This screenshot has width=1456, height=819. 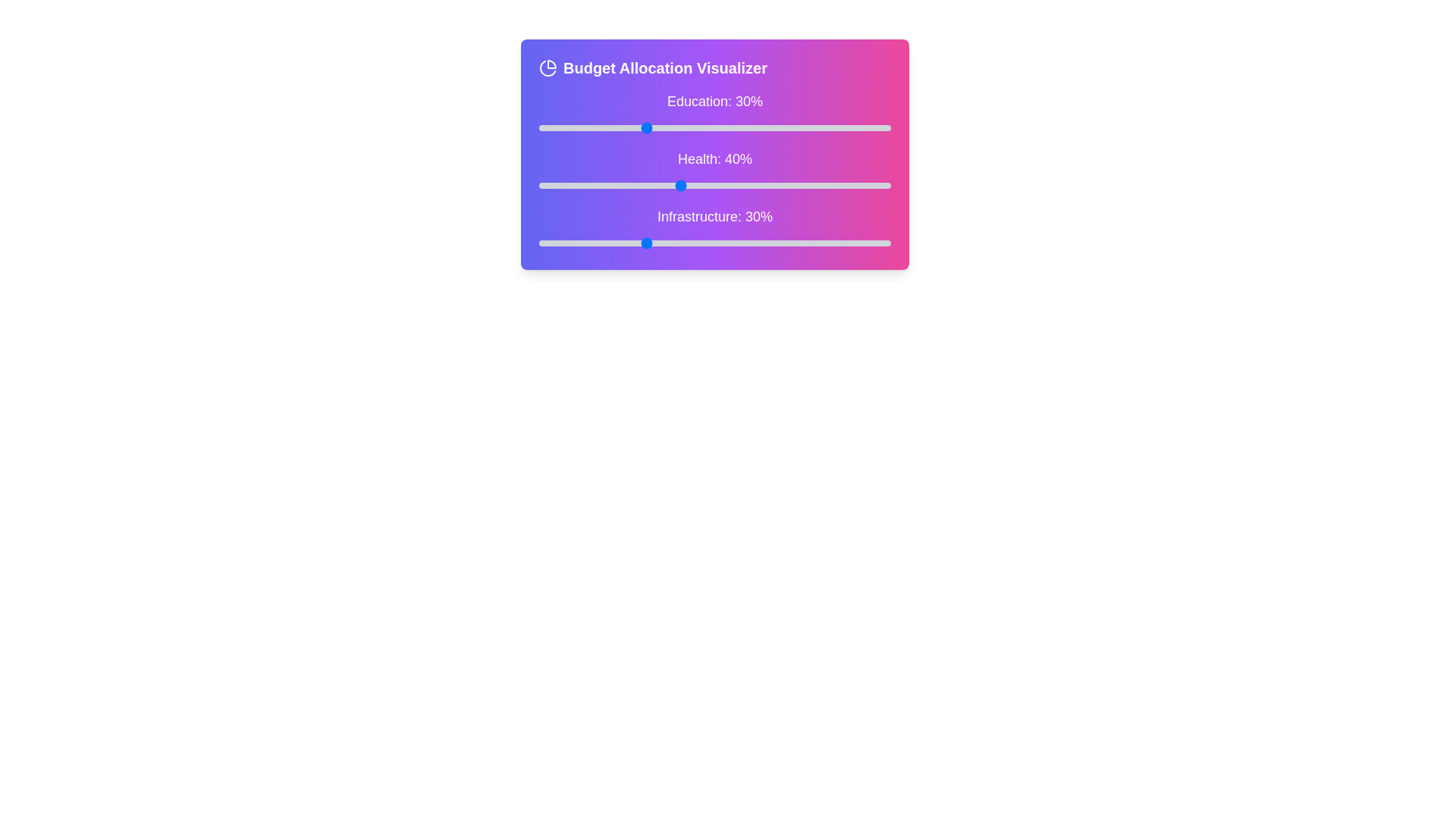 What do you see at coordinates (714, 216) in the screenshot?
I see `the text label displaying the allocation percentage for 'Infrastructure' in the budget allocation visualization` at bounding box center [714, 216].